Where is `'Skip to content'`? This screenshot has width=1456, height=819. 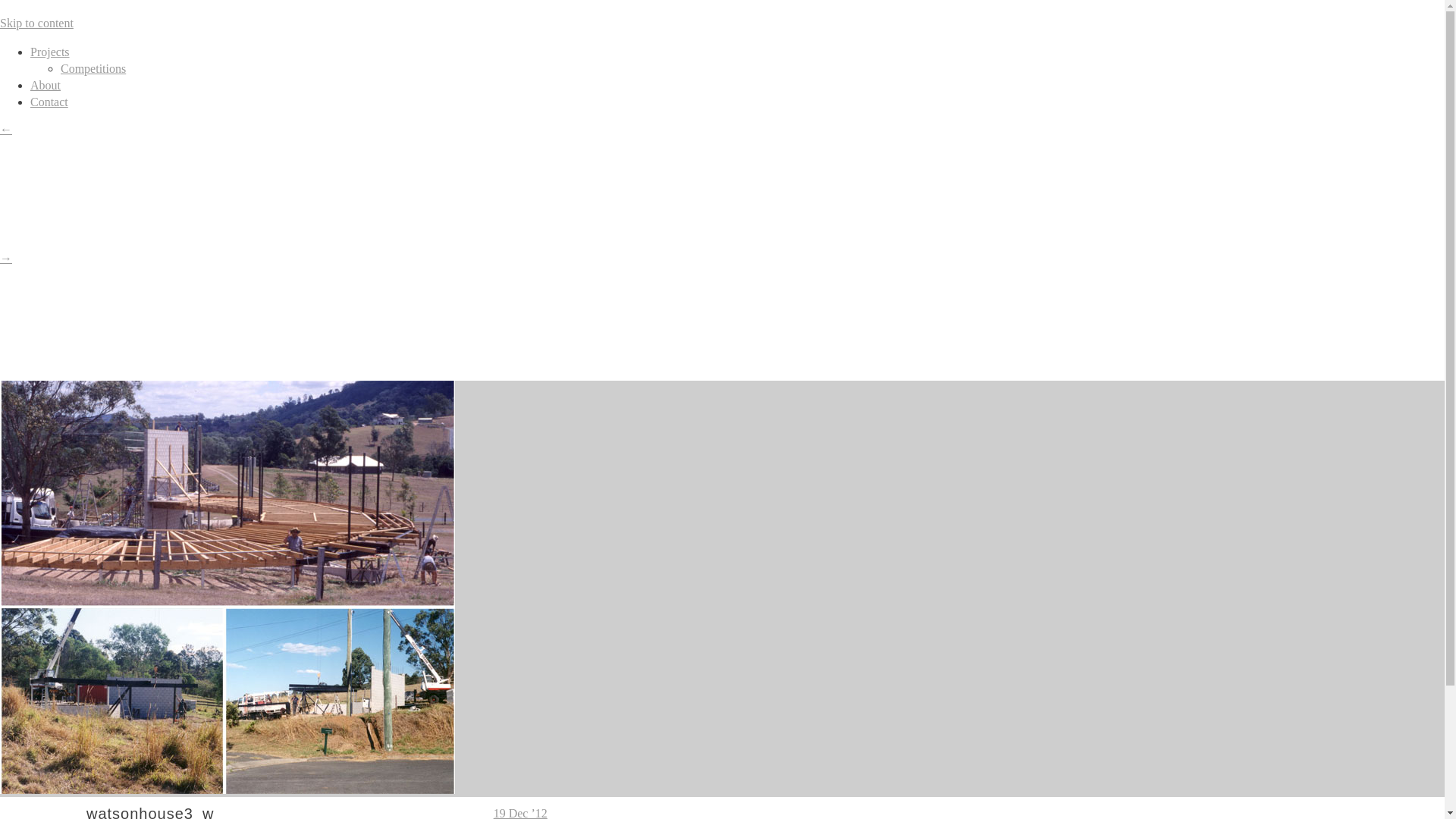 'Skip to content' is located at coordinates (36, 23).